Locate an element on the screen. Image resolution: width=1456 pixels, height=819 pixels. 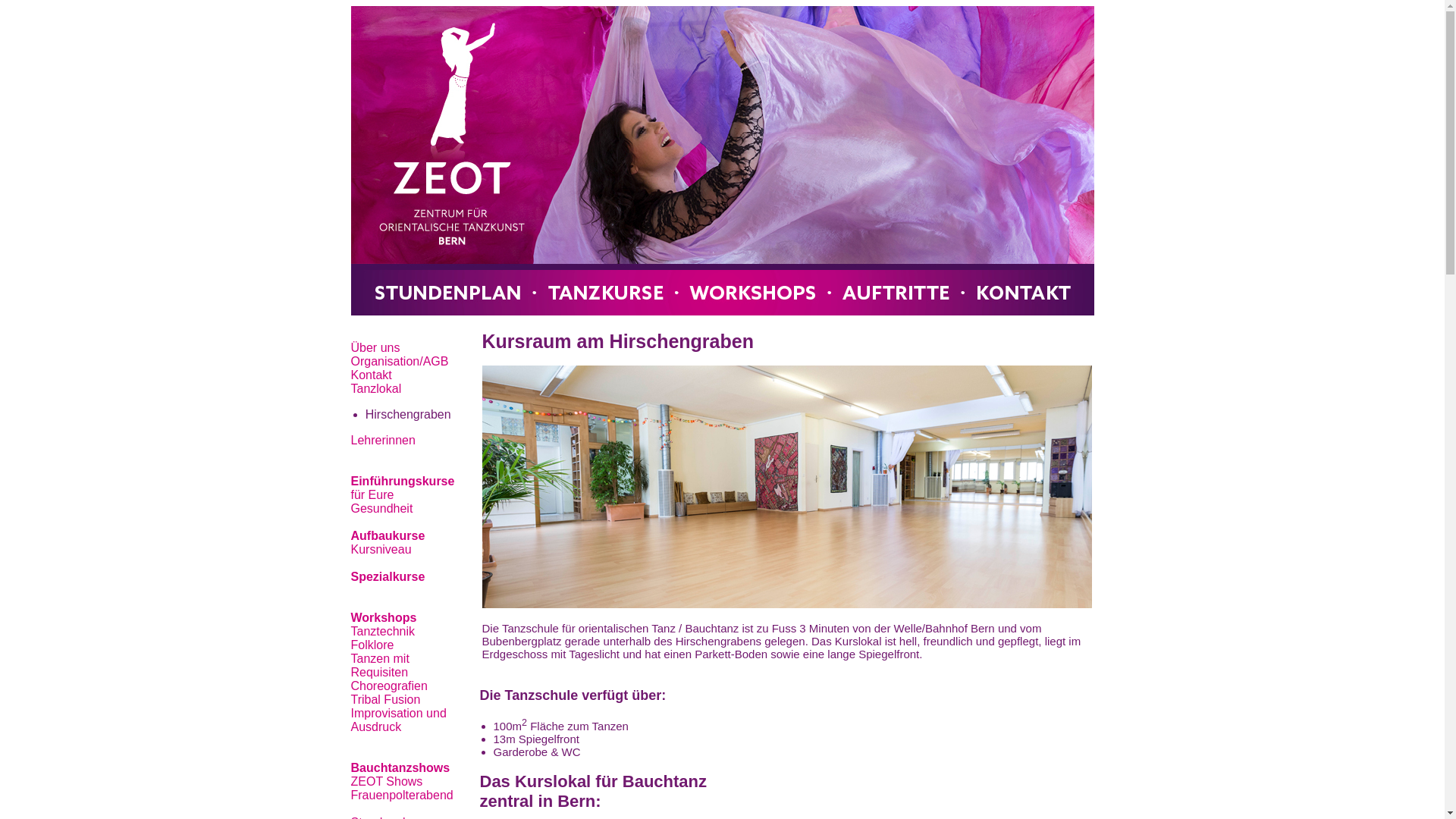
'Bauchtanzkurse in Bern' is located at coordinates (720, 161).